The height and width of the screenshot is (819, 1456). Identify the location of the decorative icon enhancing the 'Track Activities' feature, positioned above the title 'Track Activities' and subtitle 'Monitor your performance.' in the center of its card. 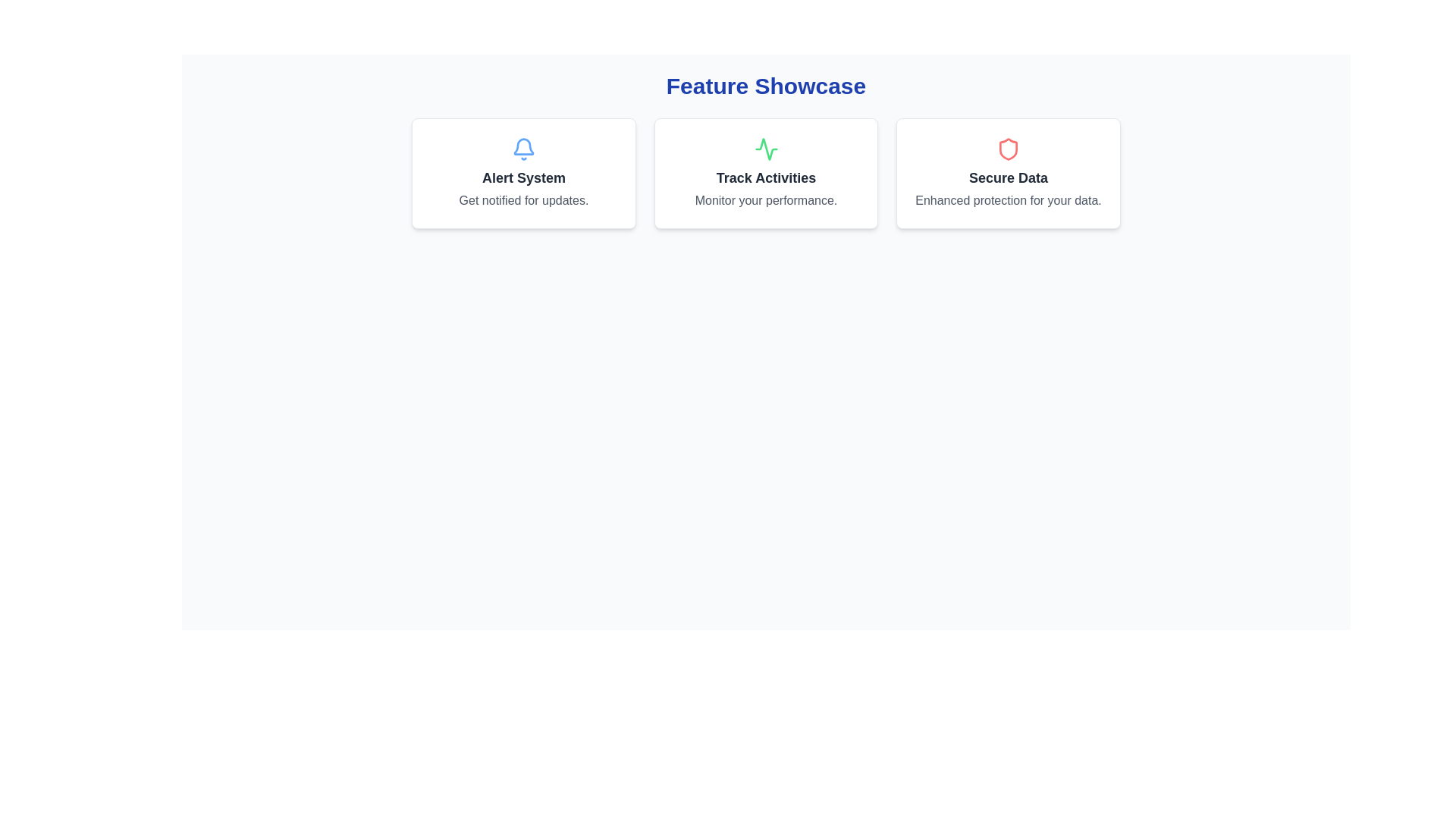
(766, 149).